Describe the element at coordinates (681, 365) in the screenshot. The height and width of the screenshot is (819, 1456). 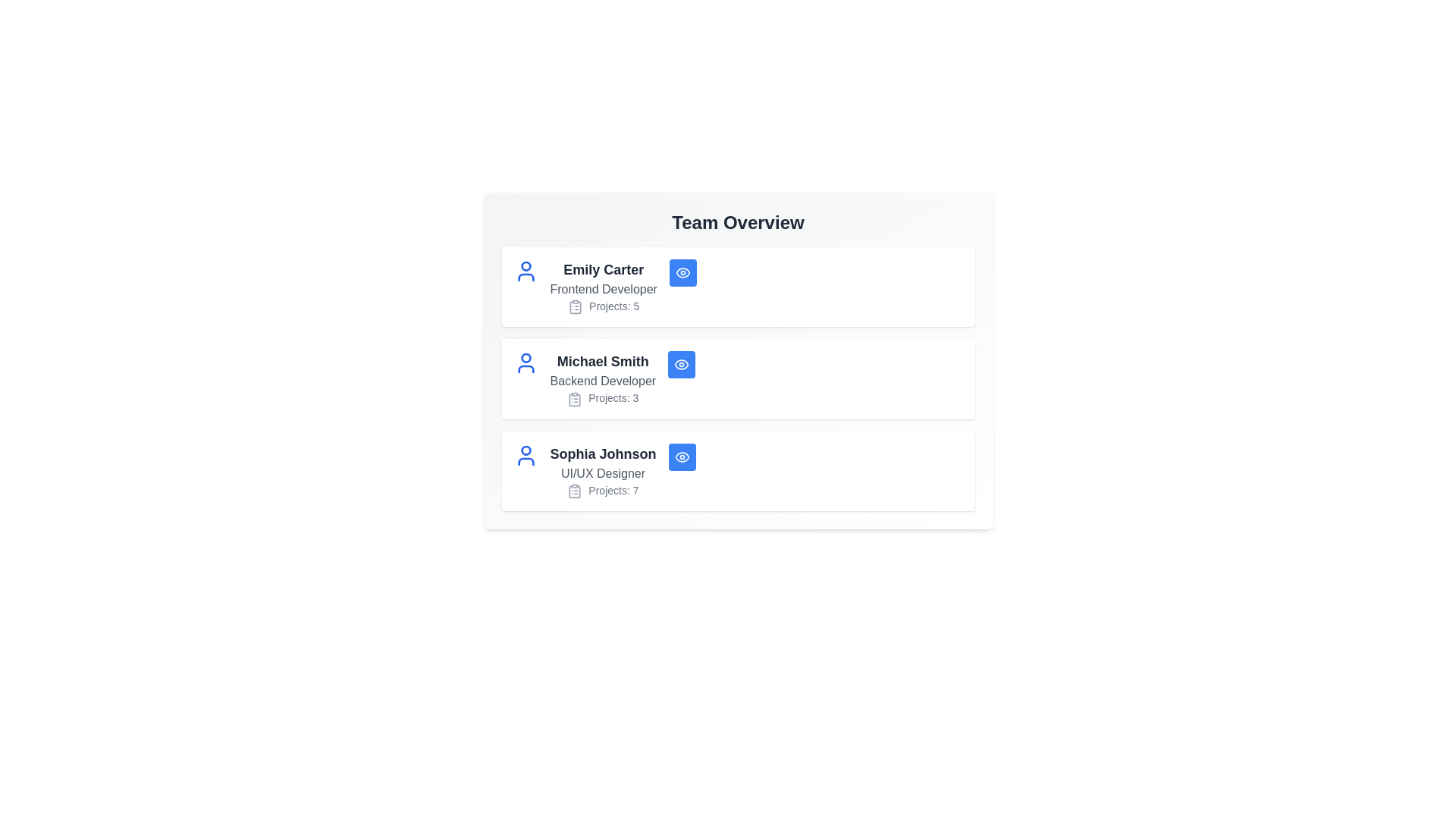
I see `the 'Eye' button of the team member identified by Michael Smith` at that location.